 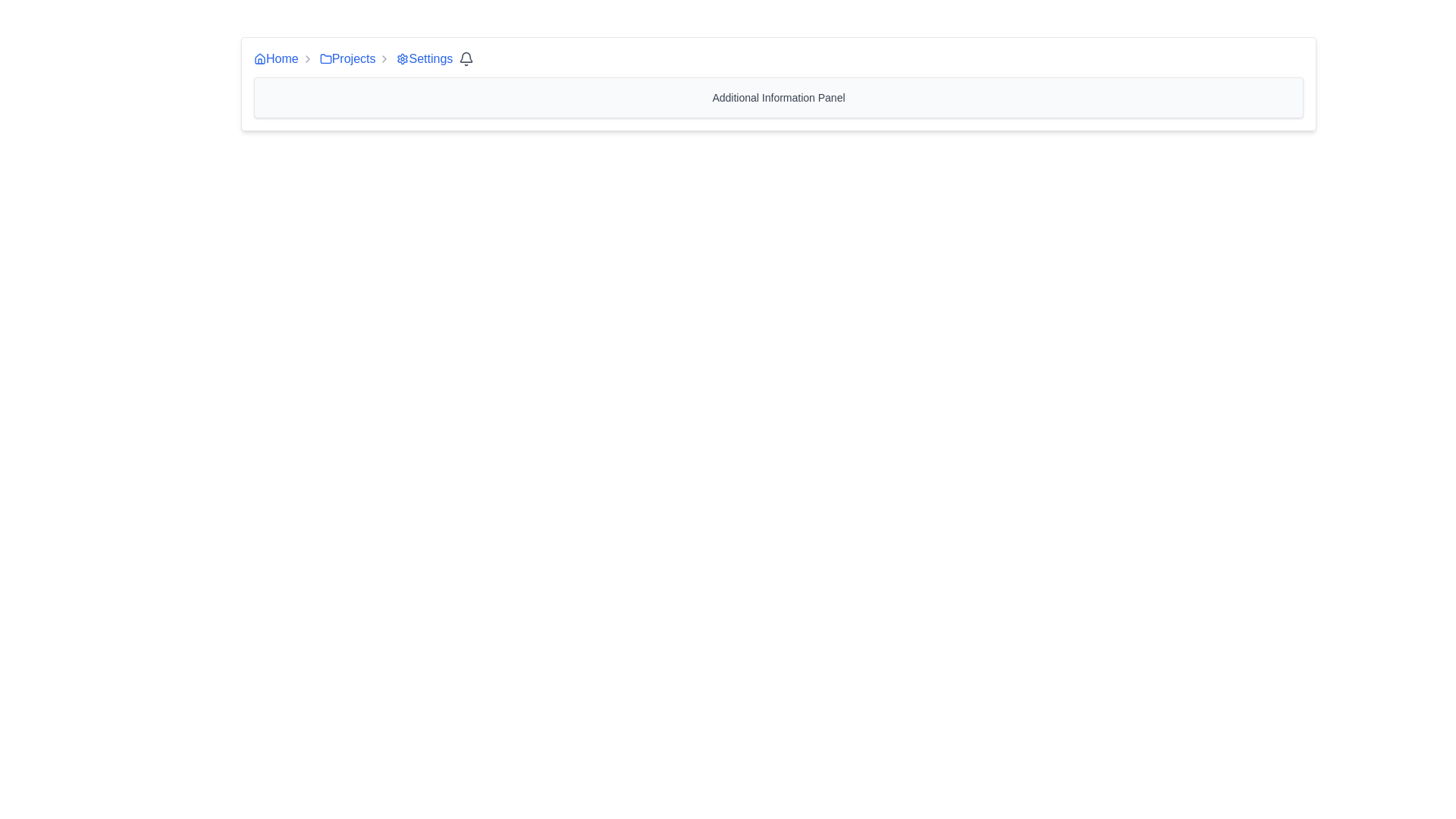 What do you see at coordinates (259, 58) in the screenshot?
I see `the house-shaped icon representing the 'Home' navigation function, located at the top left corner of the interface, adjacent to the text 'Home'` at bounding box center [259, 58].